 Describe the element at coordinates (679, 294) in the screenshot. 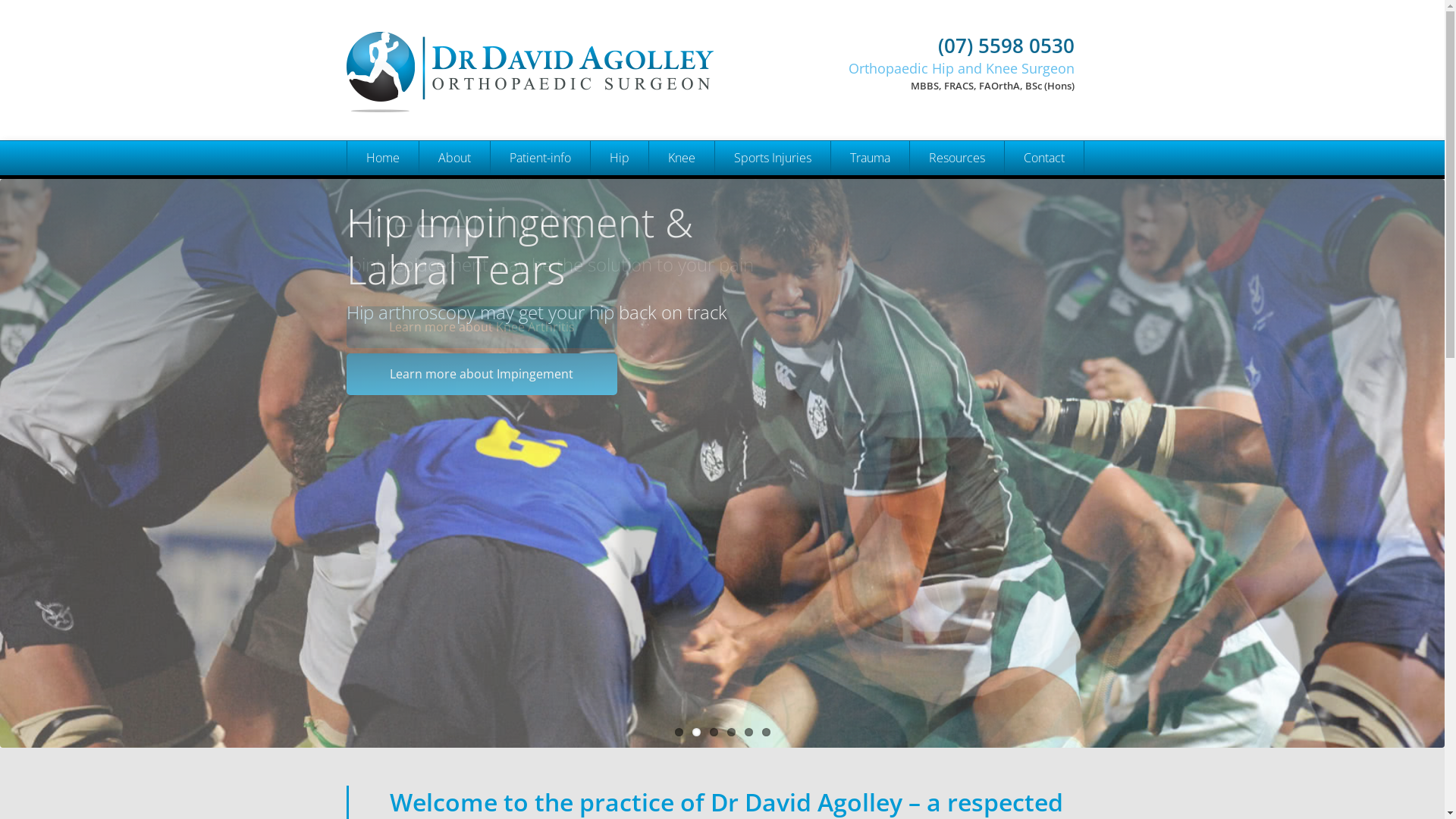

I see `'Knee ACL Reconstruction'` at that location.